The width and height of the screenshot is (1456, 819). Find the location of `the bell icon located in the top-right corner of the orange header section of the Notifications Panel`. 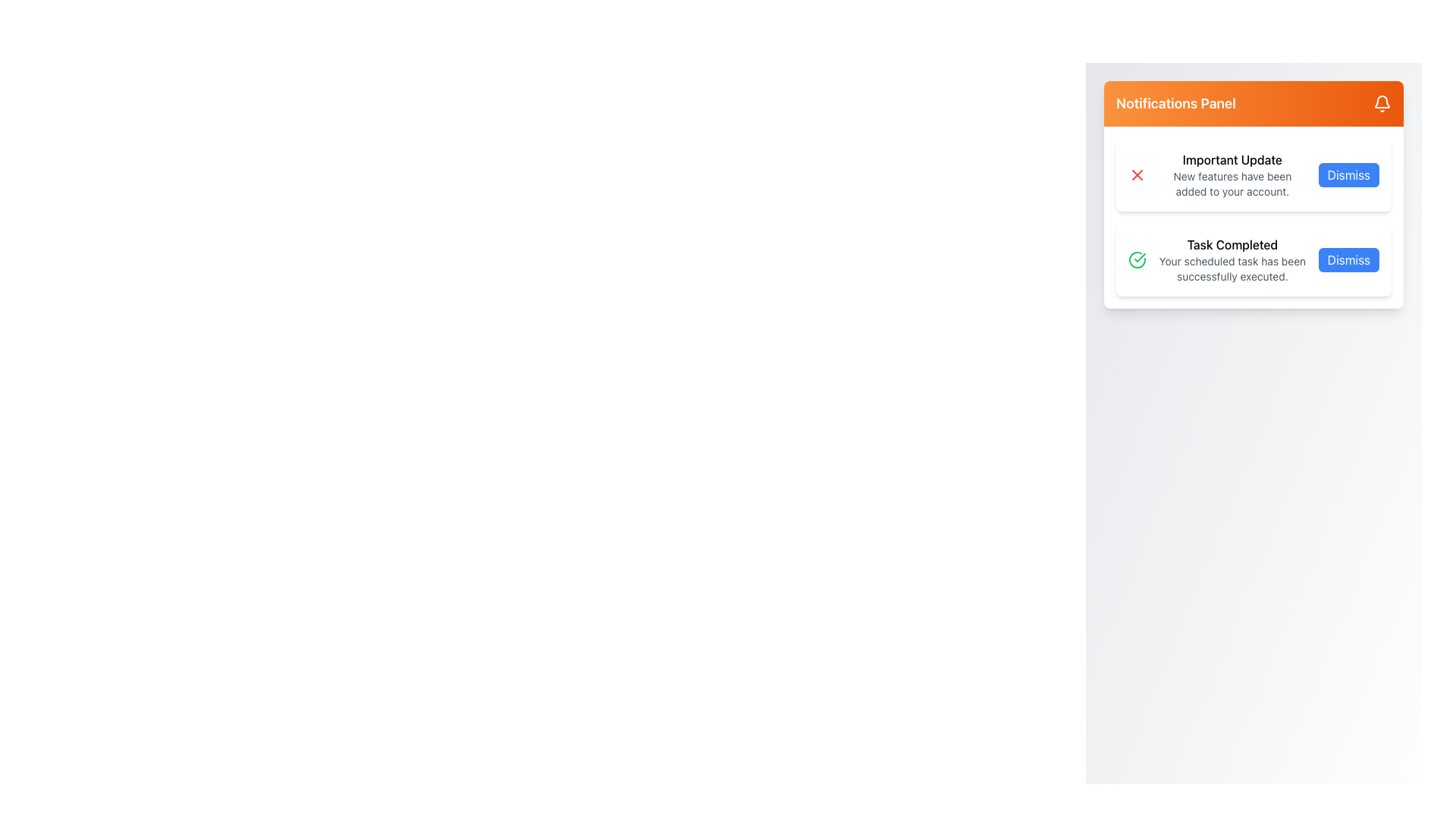

the bell icon located in the top-right corner of the orange header section of the Notifications Panel is located at coordinates (1382, 102).